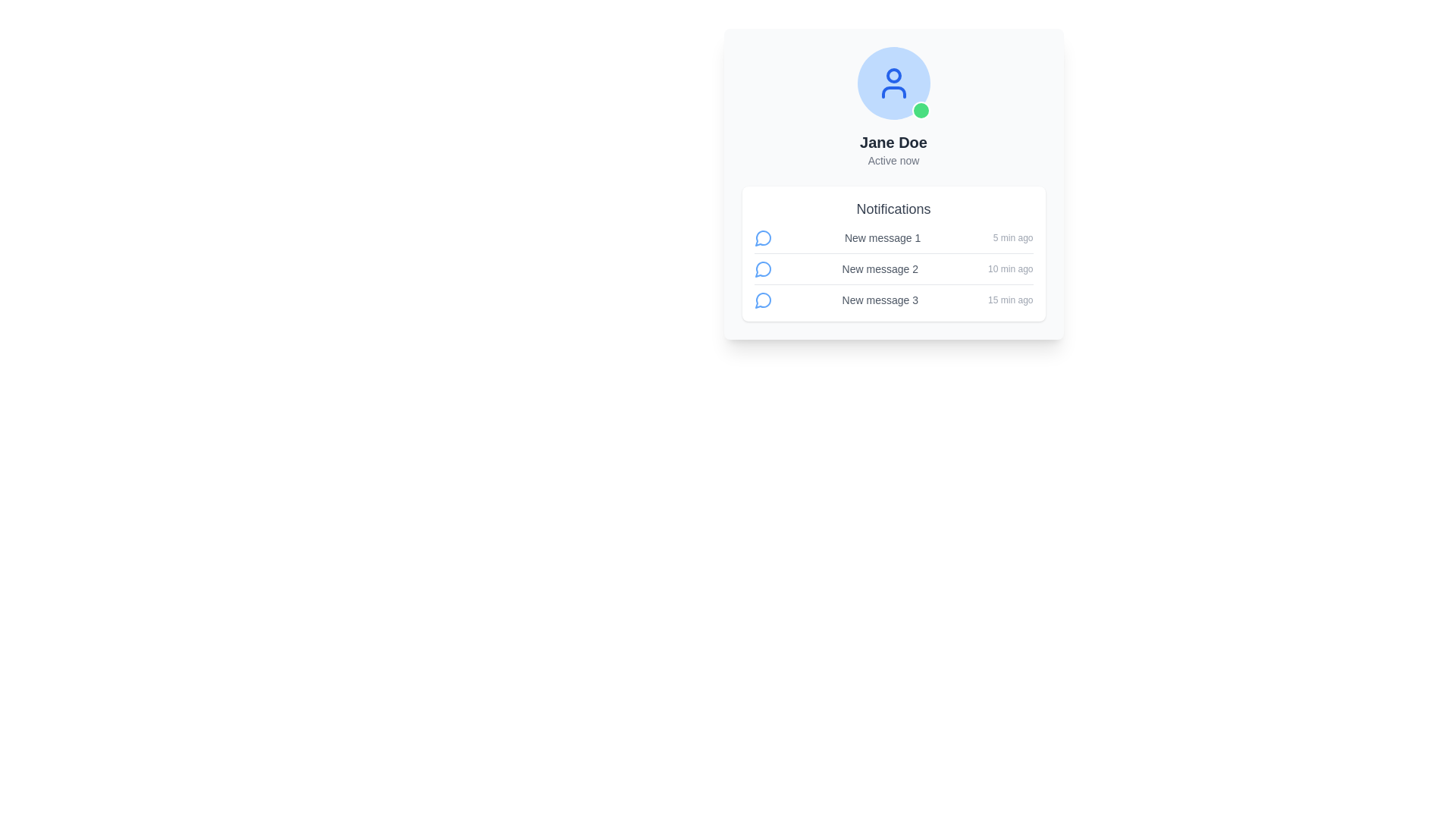 The image size is (1456, 819). I want to click on the status represented by the small, circular green status indicator located at the bottom-right corner of the larger blue and white profile icon, so click(920, 110).